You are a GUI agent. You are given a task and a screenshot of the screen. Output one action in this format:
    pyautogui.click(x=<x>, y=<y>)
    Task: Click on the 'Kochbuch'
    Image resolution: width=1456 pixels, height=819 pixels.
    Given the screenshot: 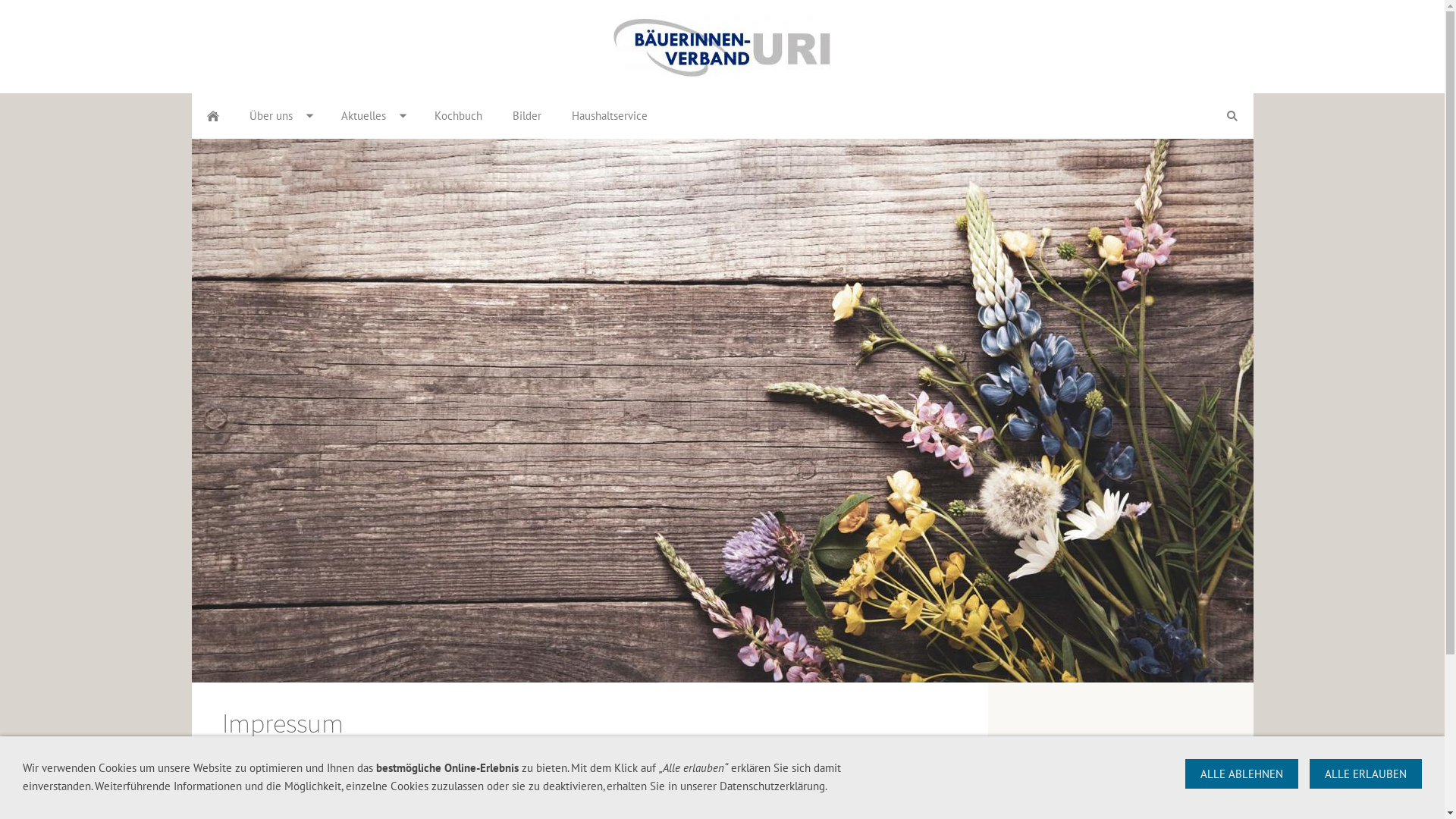 What is the action you would take?
    pyautogui.click(x=457, y=115)
    